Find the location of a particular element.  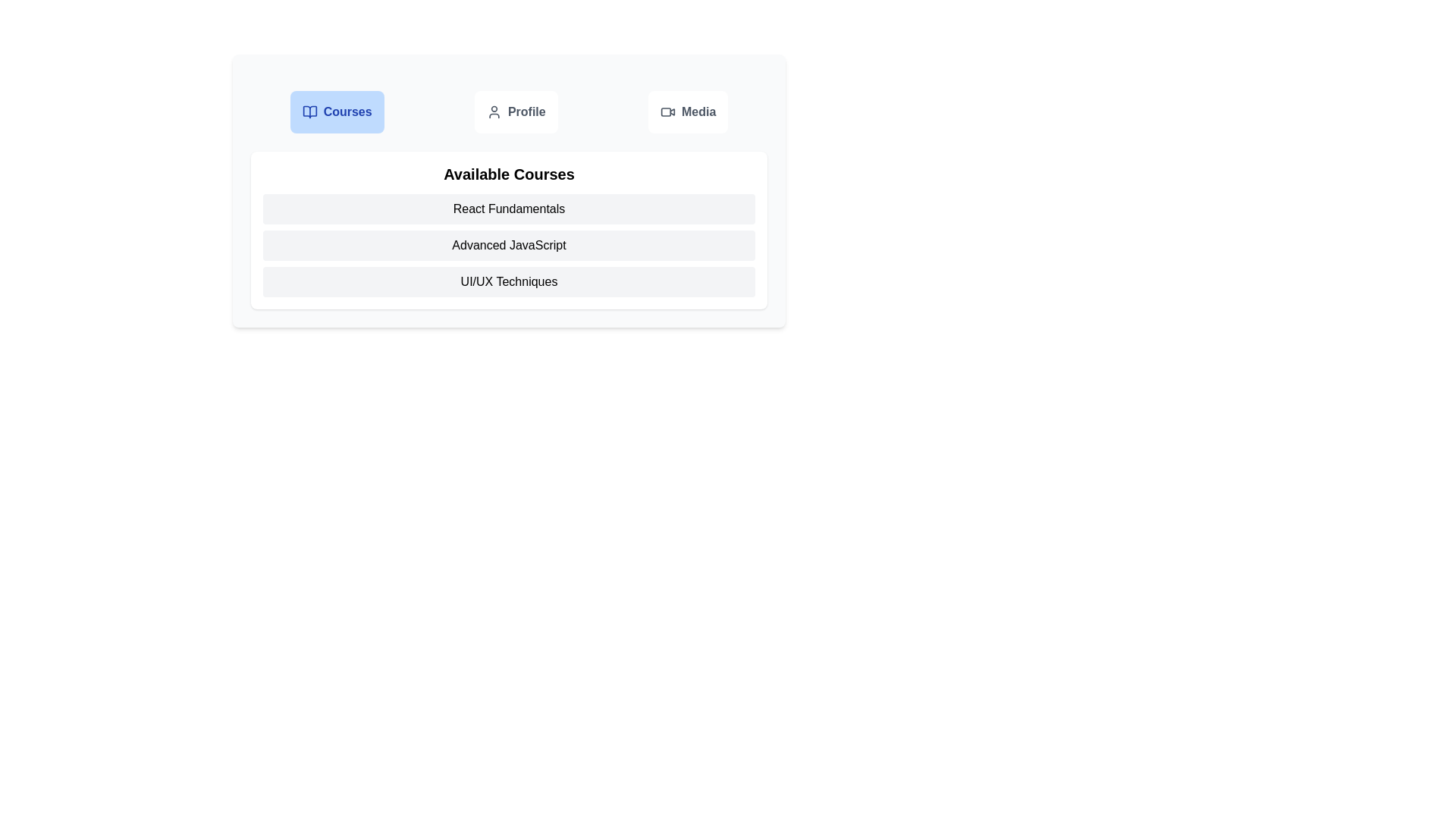

the 'Media' icon located in the third button option of the top-level navigation bar is located at coordinates (667, 111).